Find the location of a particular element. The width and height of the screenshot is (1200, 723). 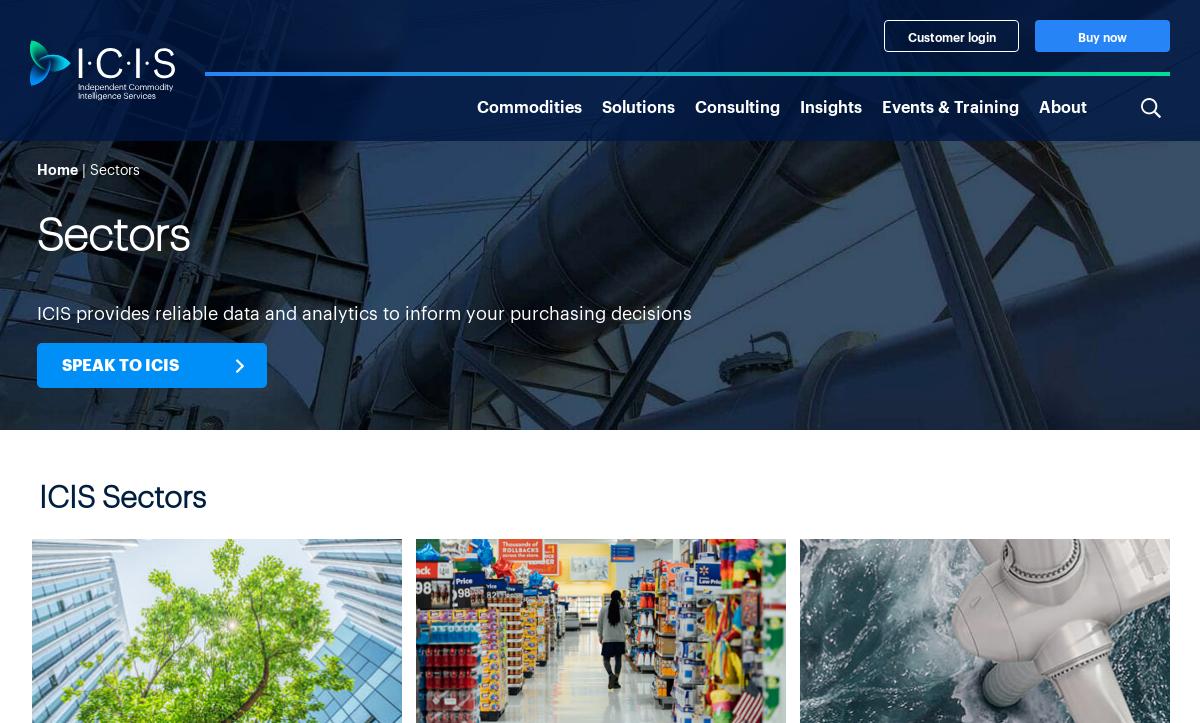

'About' is located at coordinates (1061, 103).